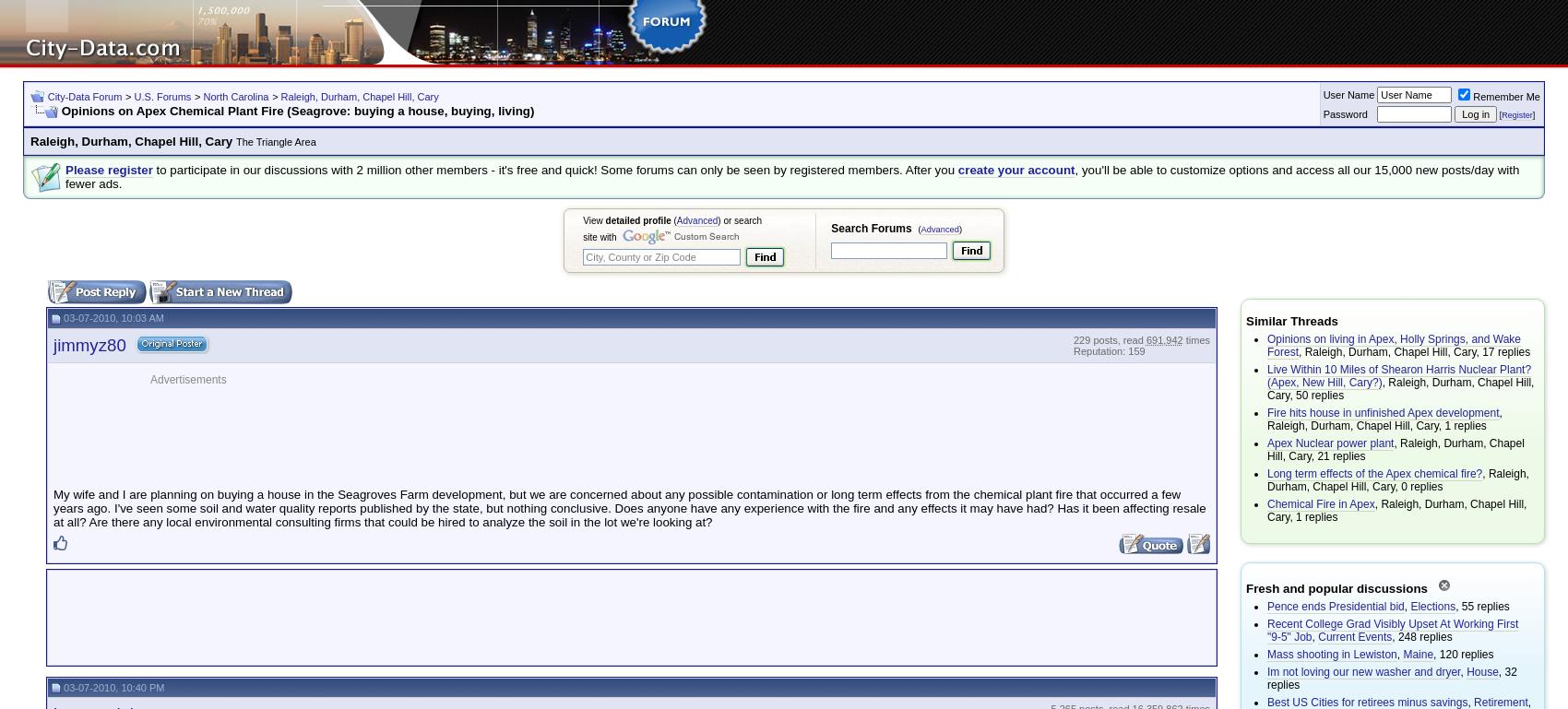  I want to click on 'Live Within 10 Miles of Shearon Harris Nuclear Plant?  (Apex, New Hill, Cary?)', so click(1399, 376).